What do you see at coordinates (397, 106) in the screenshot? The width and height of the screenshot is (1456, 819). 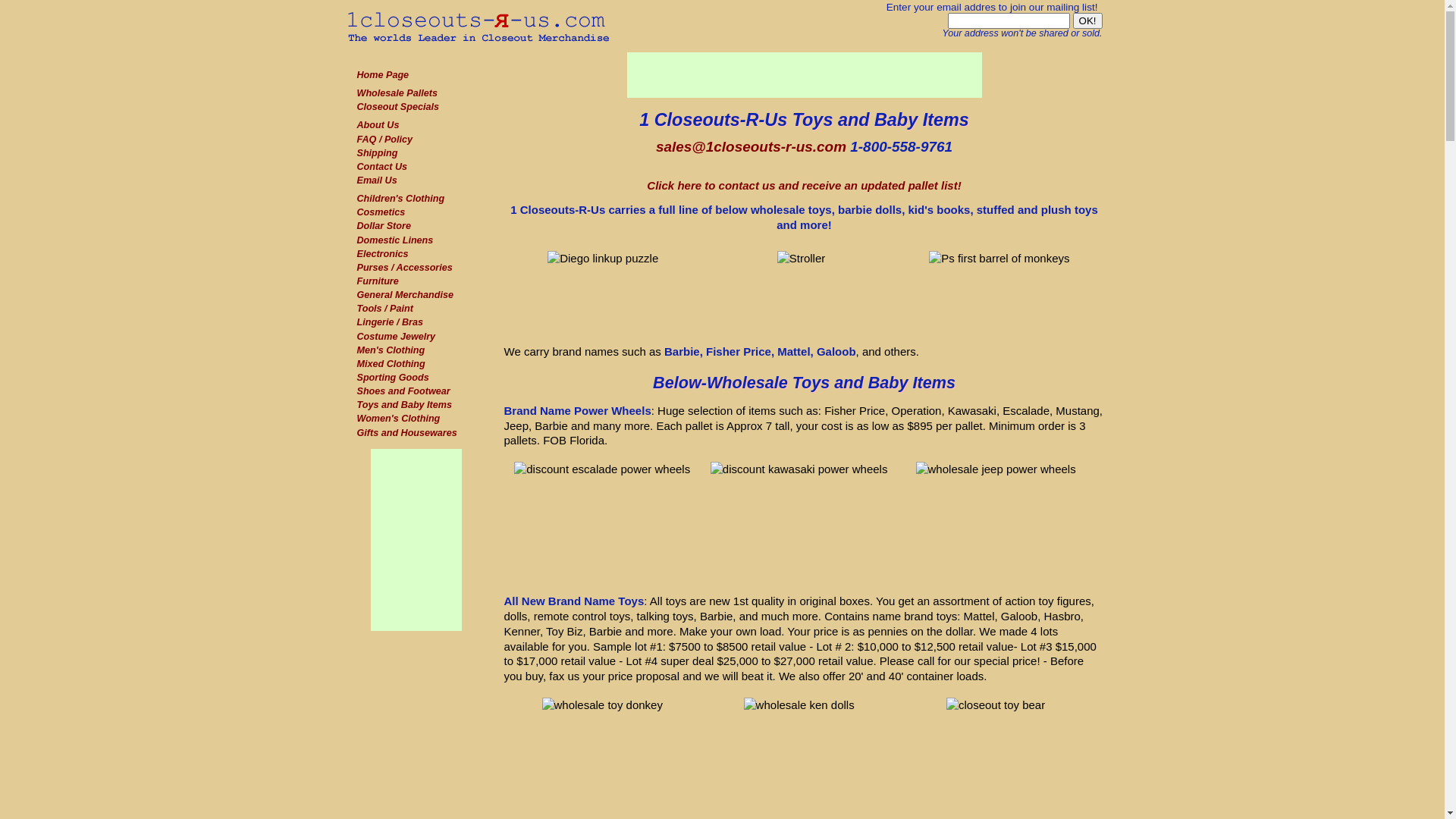 I see `'Closeout Specials'` at bounding box center [397, 106].